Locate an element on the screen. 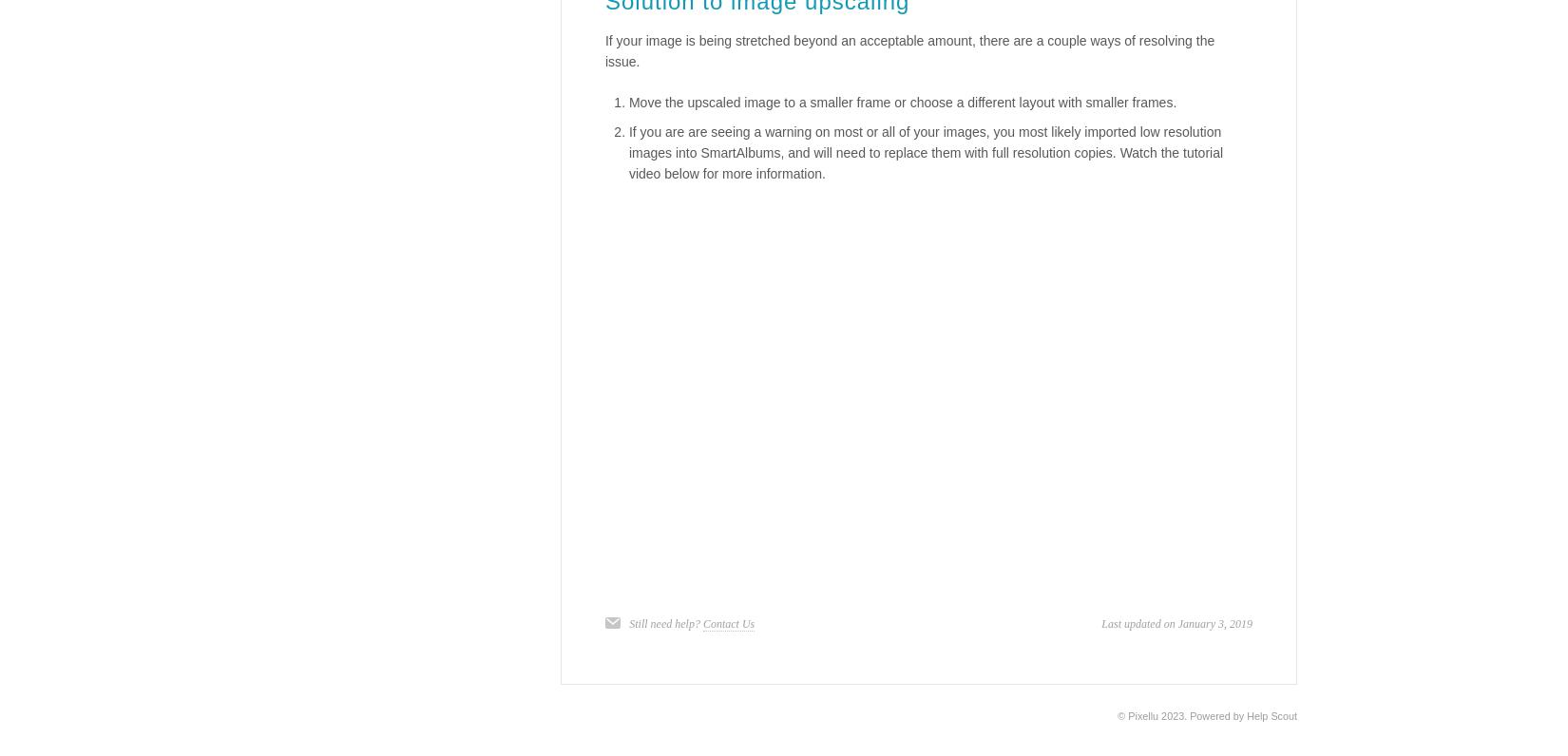 Image resolution: width=1568 pixels, height=756 pixels. 'Powered by' is located at coordinates (1189, 714).